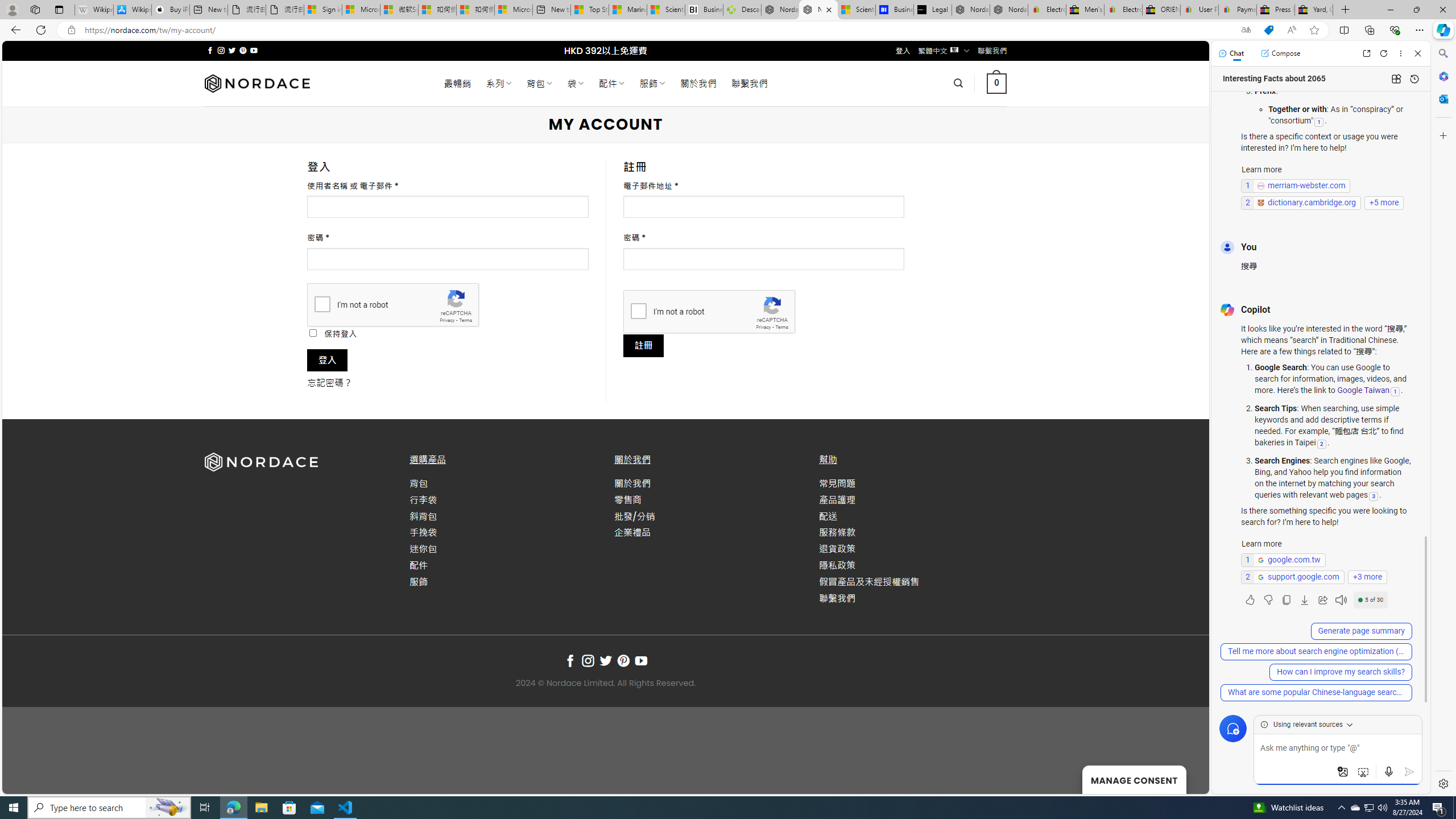  Describe the element at coordinates (995, 82) in the screenshot. I see `'  0  '` at that location.